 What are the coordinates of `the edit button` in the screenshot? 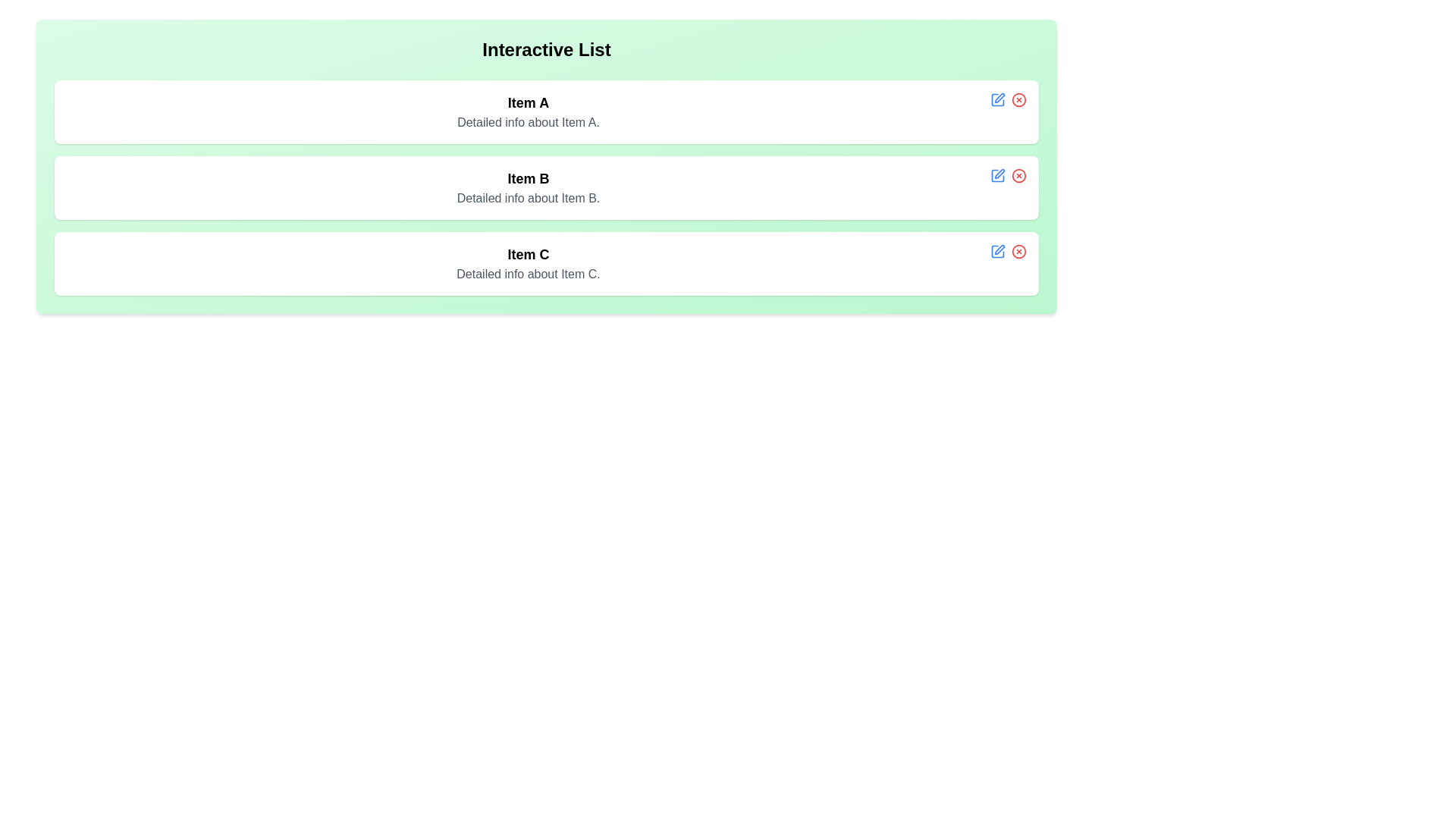 It's located at (997, 99).